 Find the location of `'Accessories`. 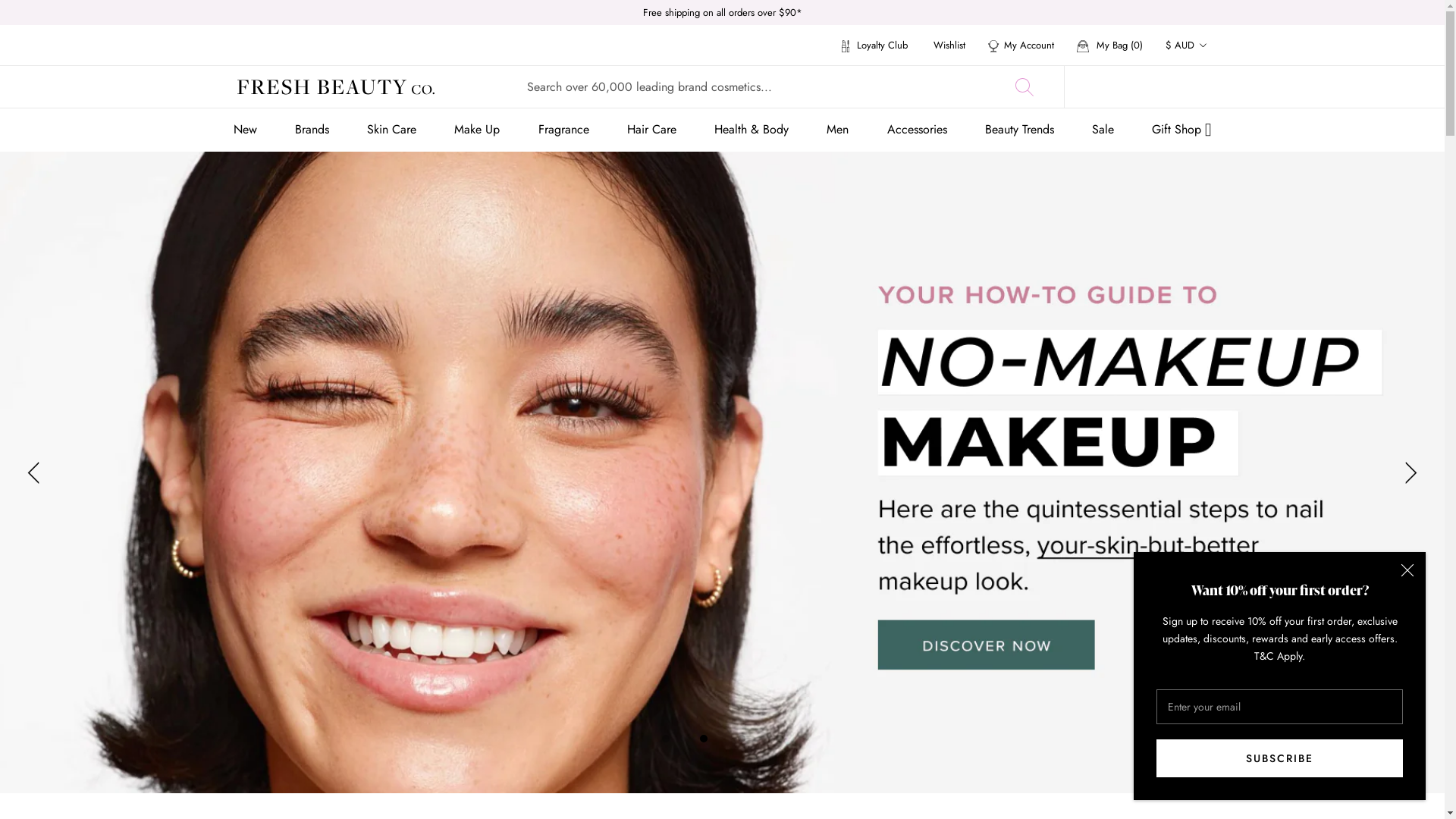

'Accessories is located at coordinates (916, 128).